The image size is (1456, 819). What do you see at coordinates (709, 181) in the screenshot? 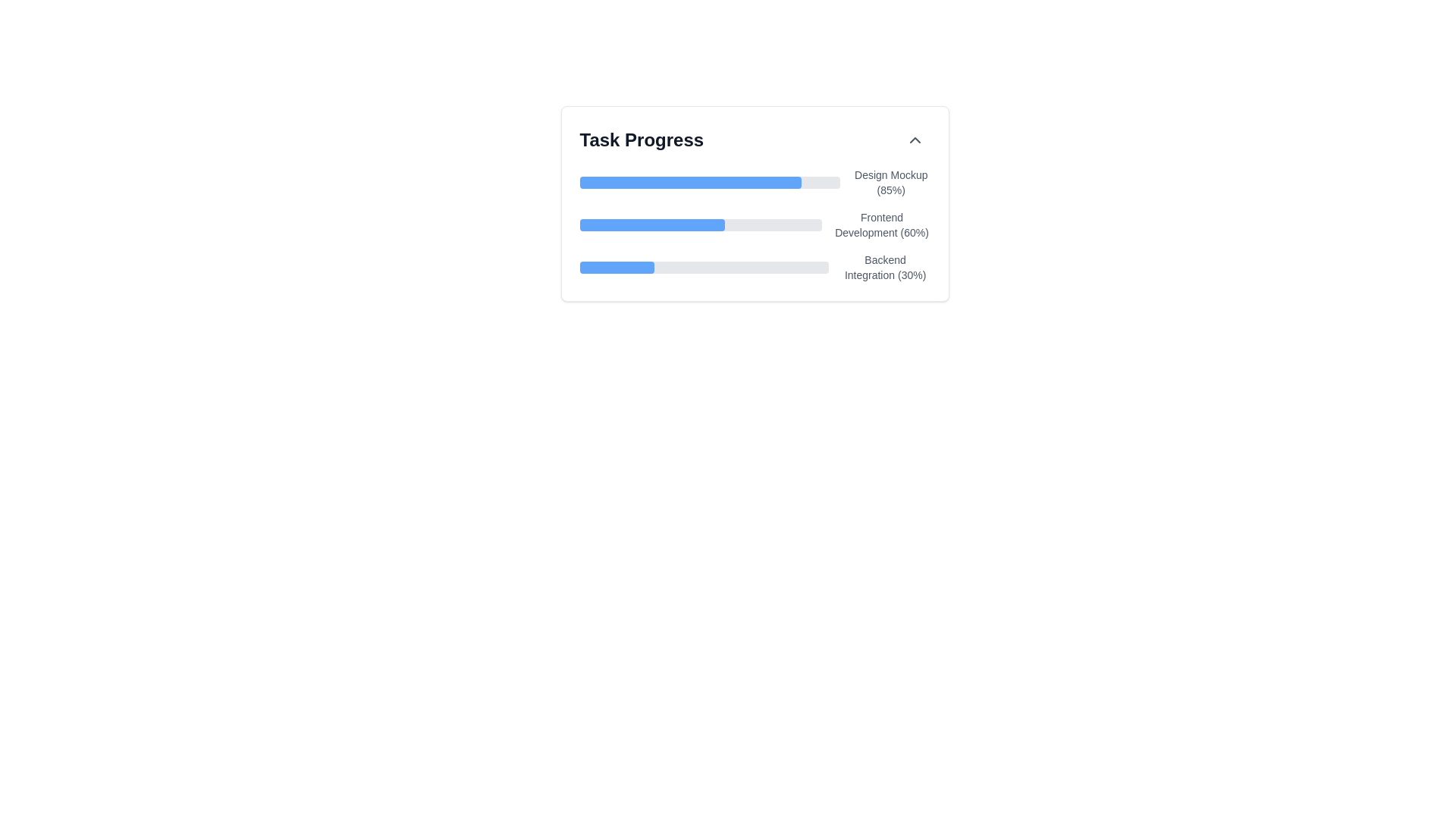
I see `the Progress Bar indicating 85% completion, styled with rounded corners, located in the 'Task Progress' section beneath the heading and aligned with 'Design Mockup (85%)'` at bounding box center [709, 181].